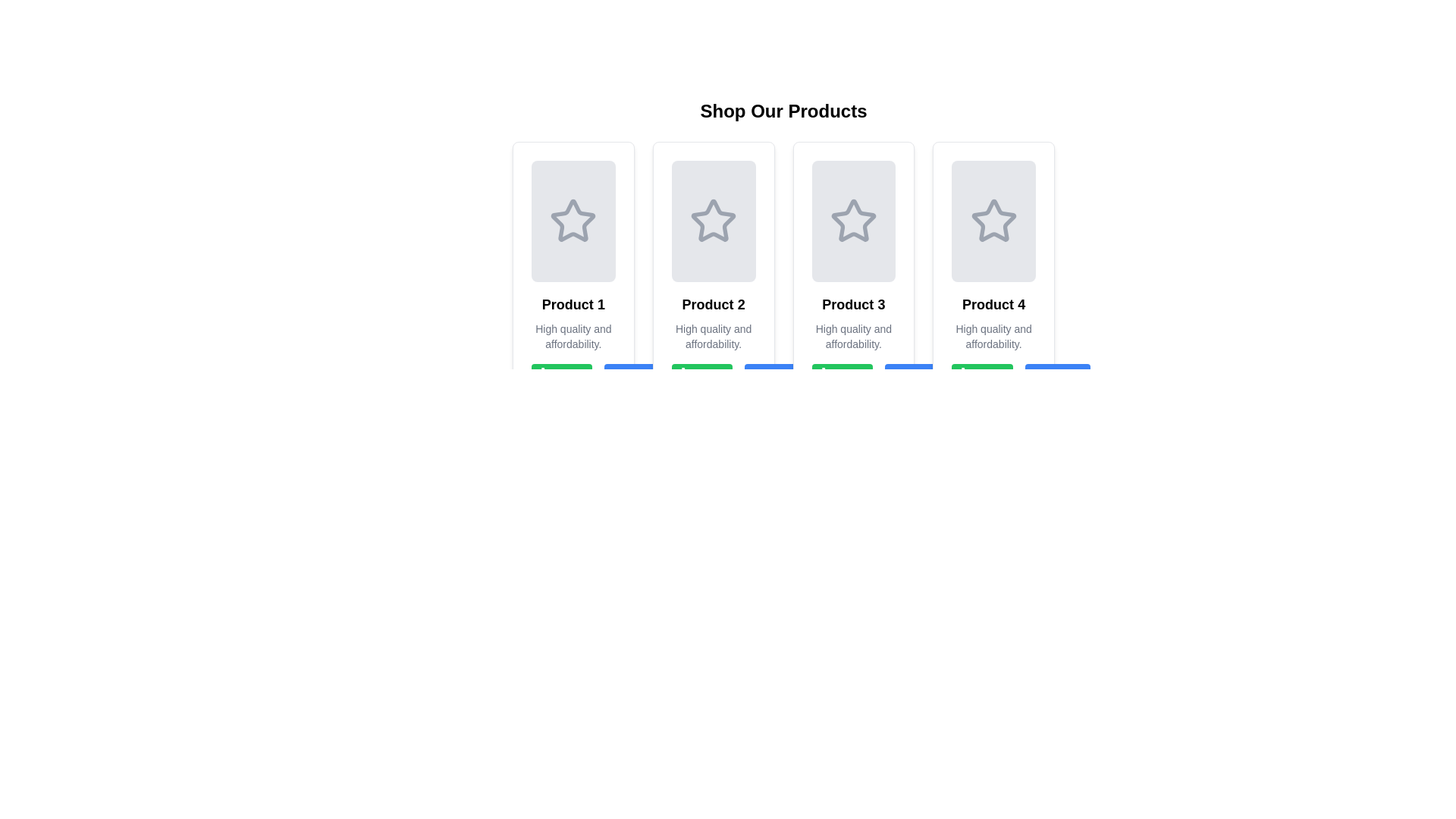 The width and height of the screenshot is (1456, 819). I want to click on the middle button below Product 2, so click(637, 375).